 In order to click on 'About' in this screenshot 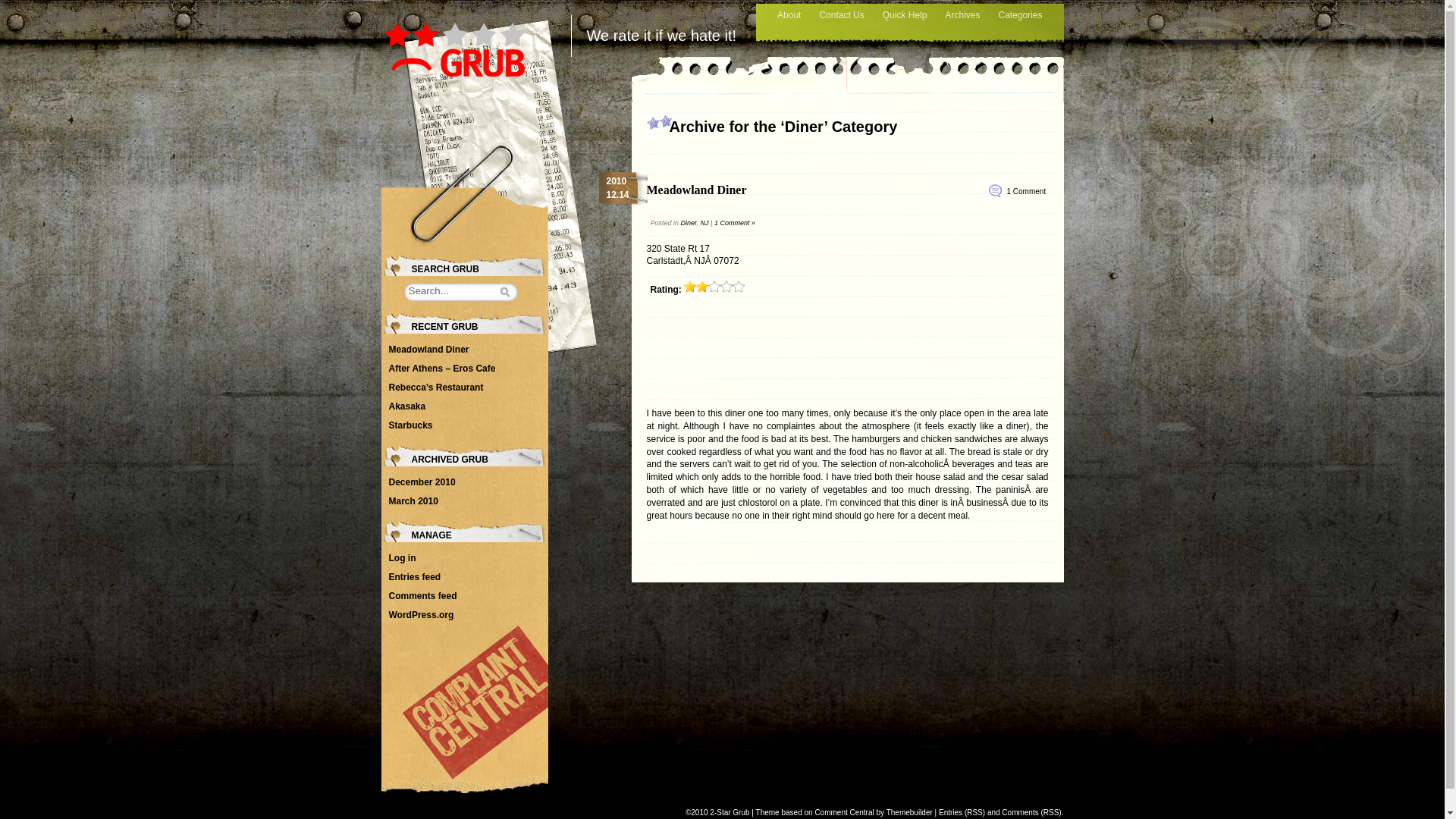, I will do `click(767, 15)`.